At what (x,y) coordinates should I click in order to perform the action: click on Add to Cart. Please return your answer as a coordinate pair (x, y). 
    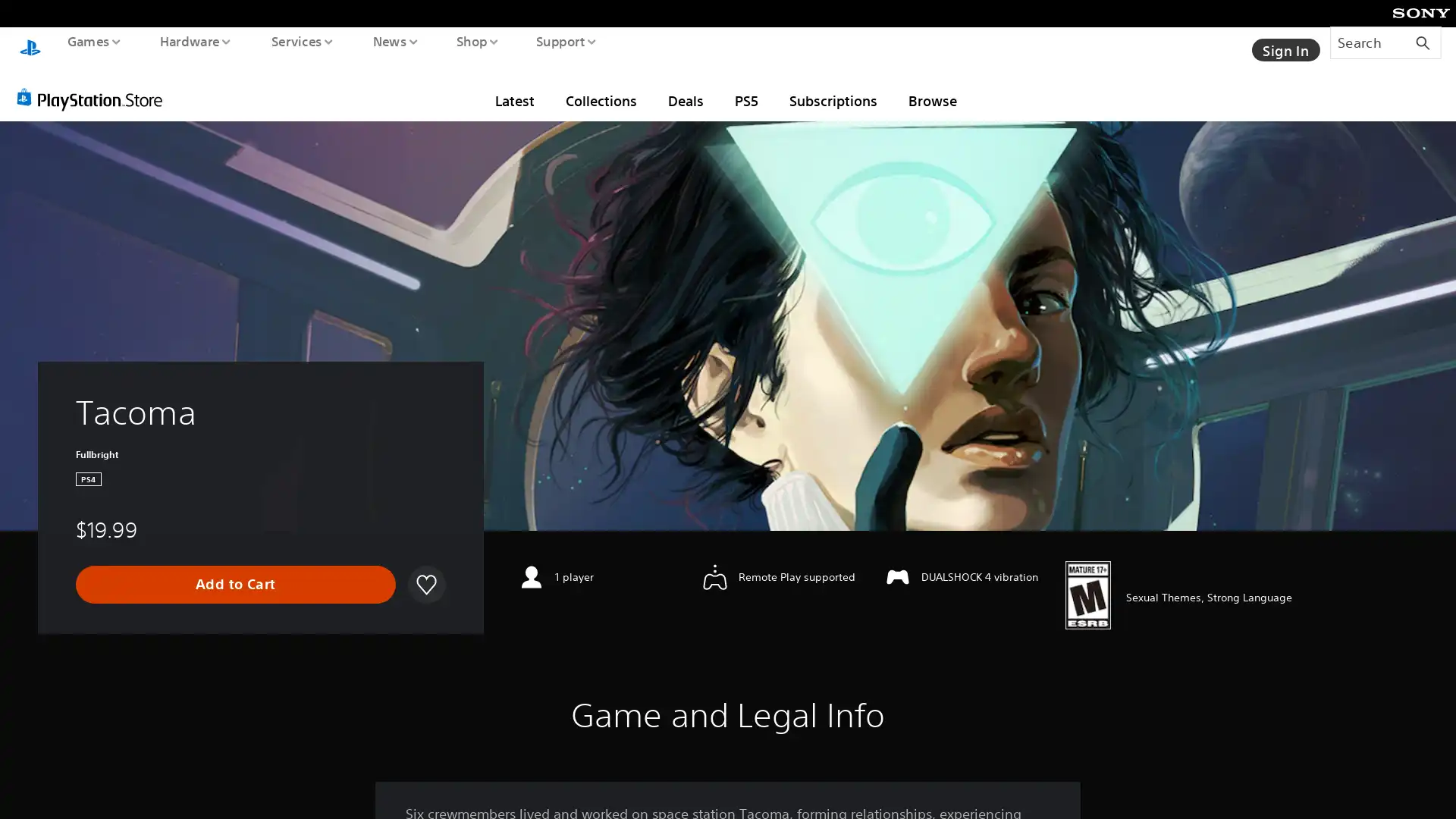
    Looking at the image, I should click on (235, 570).